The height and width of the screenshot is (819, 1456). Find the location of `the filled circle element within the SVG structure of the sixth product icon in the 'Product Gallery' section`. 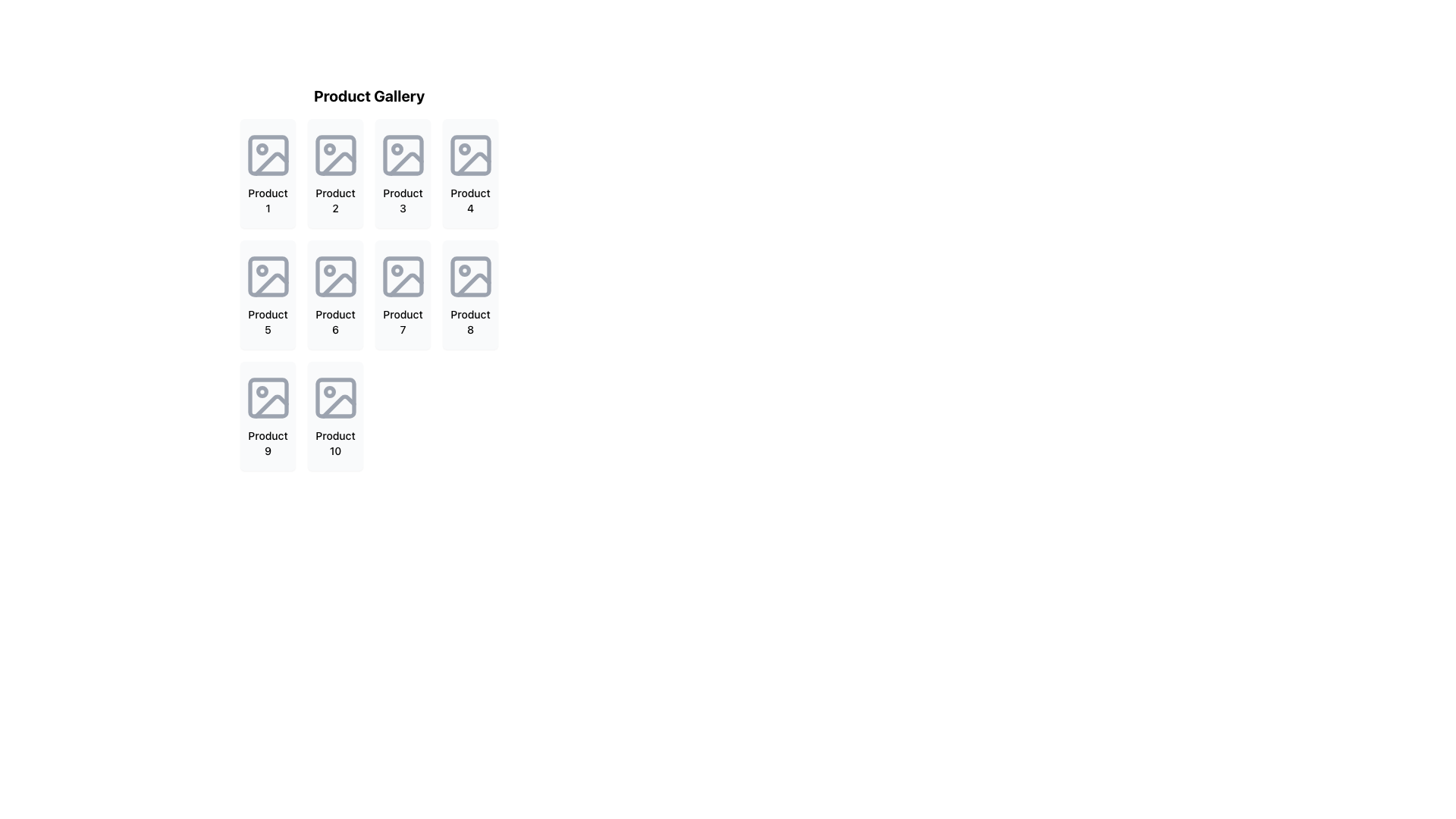

the filled circle element within the SVG structure of the sixth product icon in the 'Product Gallery' section is located at coordinates (328, 270).